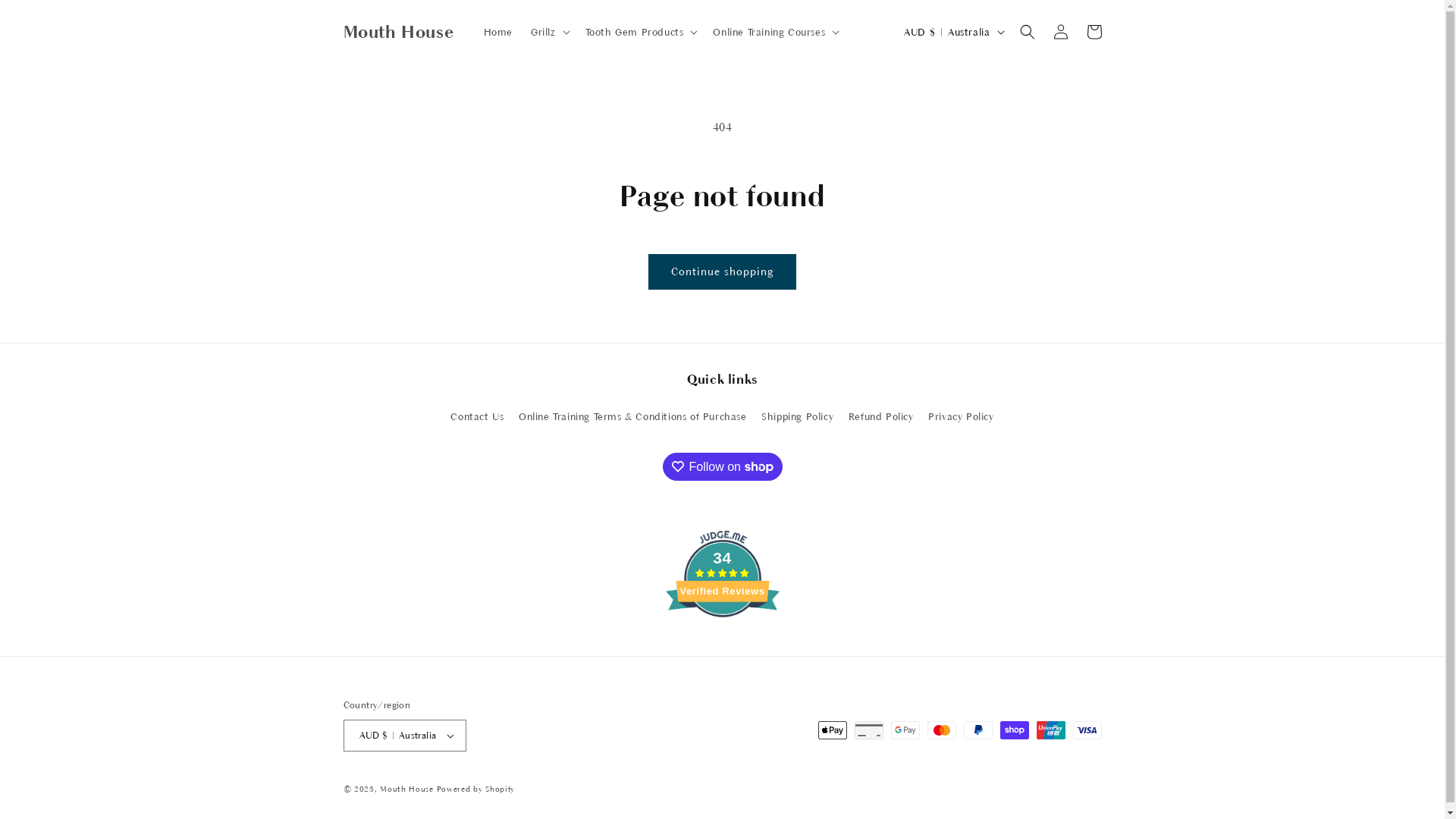 This screenshot has height=819, width=1456. Describe the element at coordinates (952, 32) in the screenshot. I see `'AUD $ | Australia'` at that location.